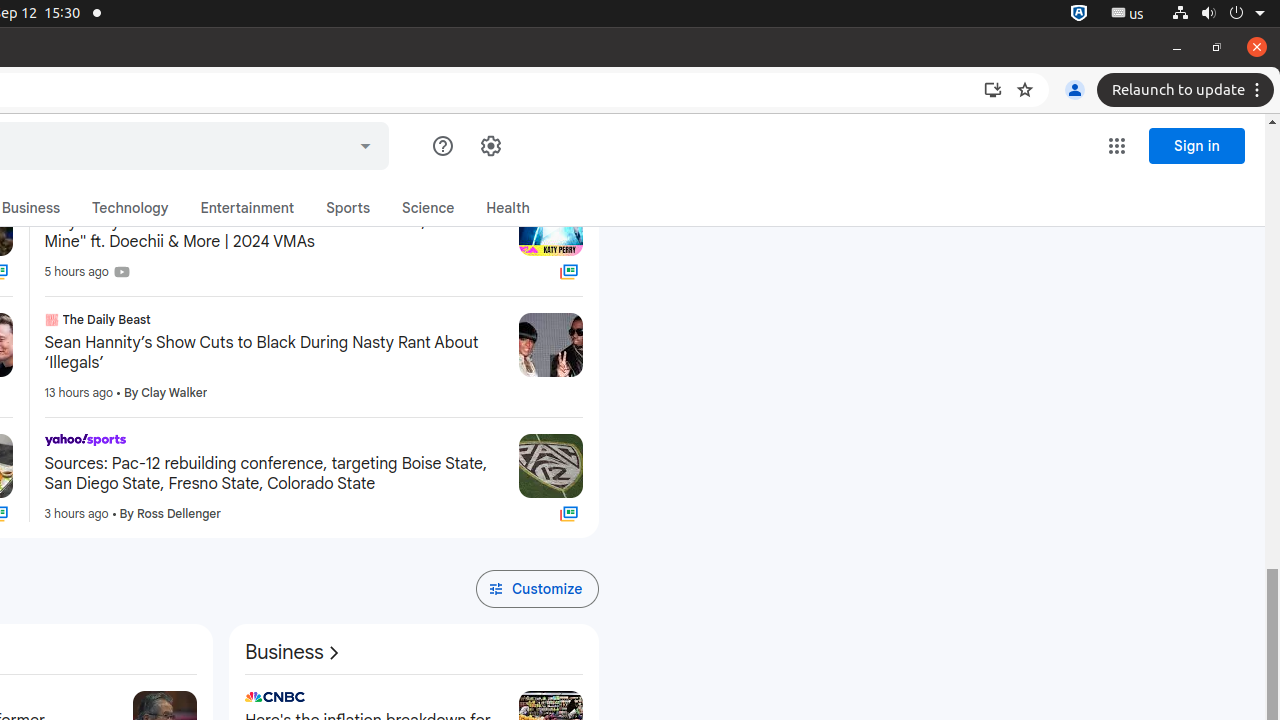 Image resolution: width=1280 pixels, height=720 pixels. Describe the element at coordinates (272, 352) in the screenshot. I see `'Sean Hannity’s Show Cuts to Black During Nasty Rant About ‘Illegals’'` at that location.